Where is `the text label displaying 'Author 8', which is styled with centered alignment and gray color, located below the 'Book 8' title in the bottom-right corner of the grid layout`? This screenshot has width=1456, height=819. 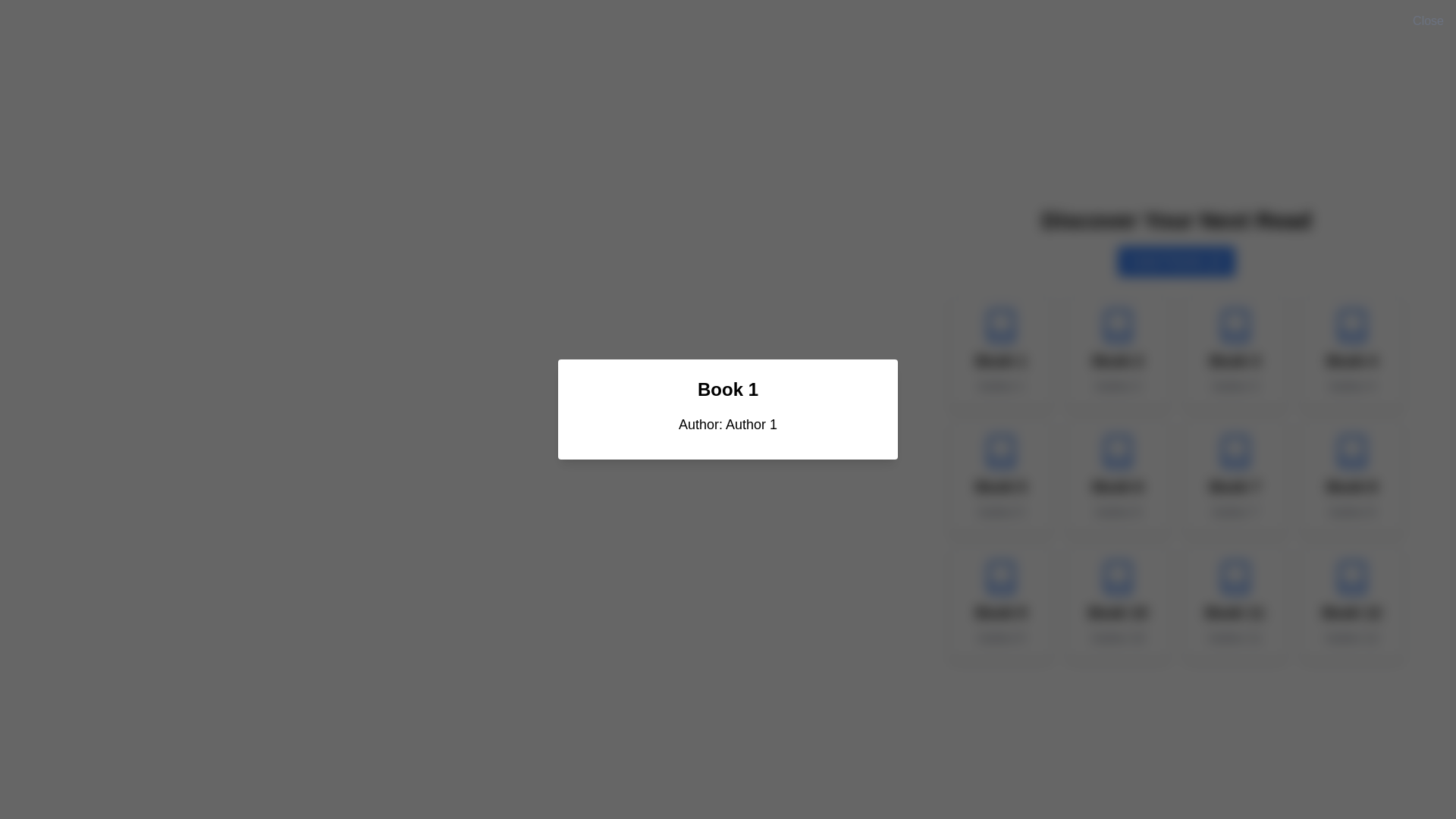 the text label displaying 'Author 8', which is styled with centered alignment and gray color, located below the 'Book 8' title in the bottom-right corner of the grid layout is located at coordinates (1351, 512).